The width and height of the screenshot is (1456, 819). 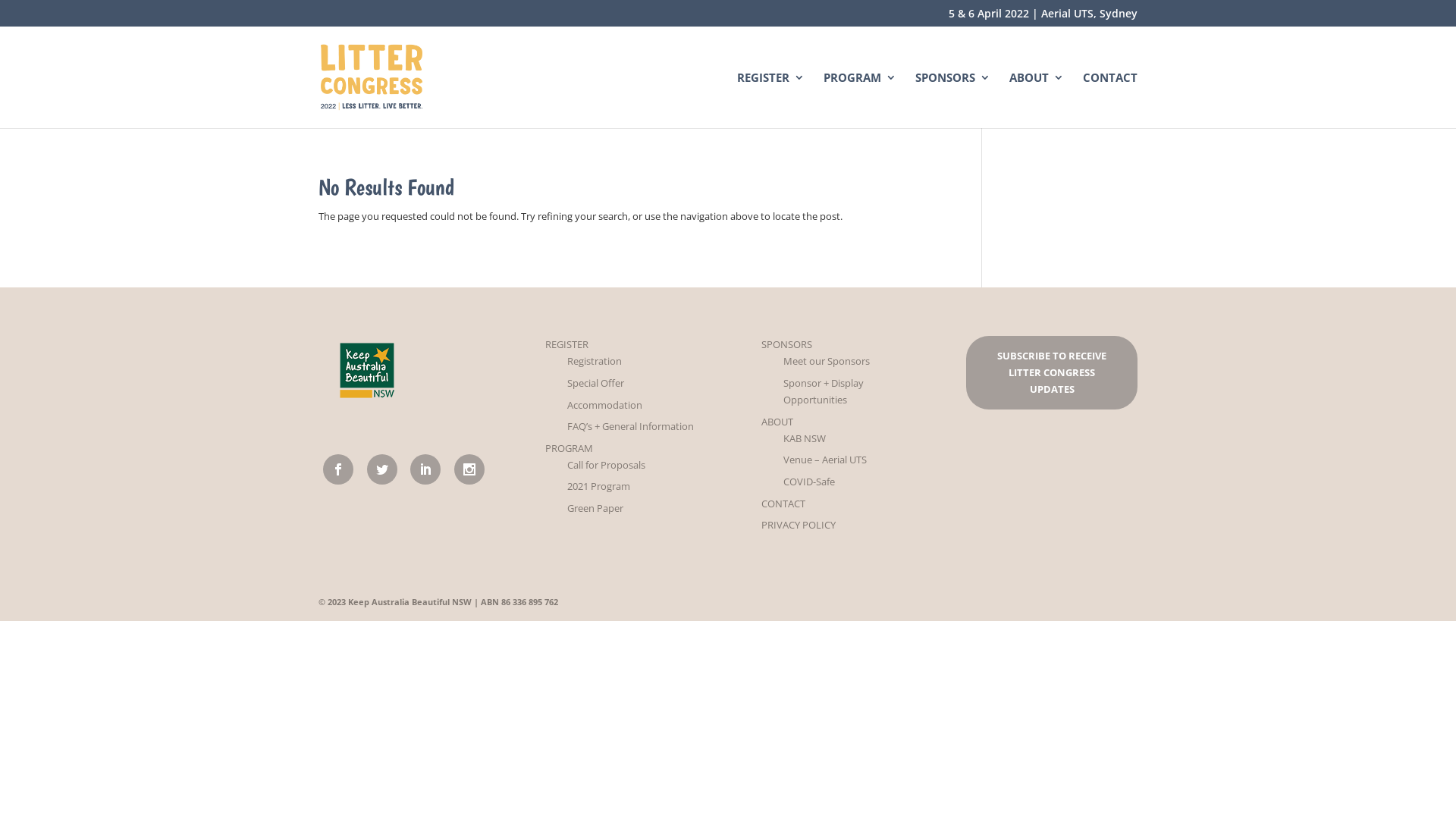 What do you see at coordinates (595, 382) in the screenshot?
I see `'Special Offer'` at bounding box center [595, 382].